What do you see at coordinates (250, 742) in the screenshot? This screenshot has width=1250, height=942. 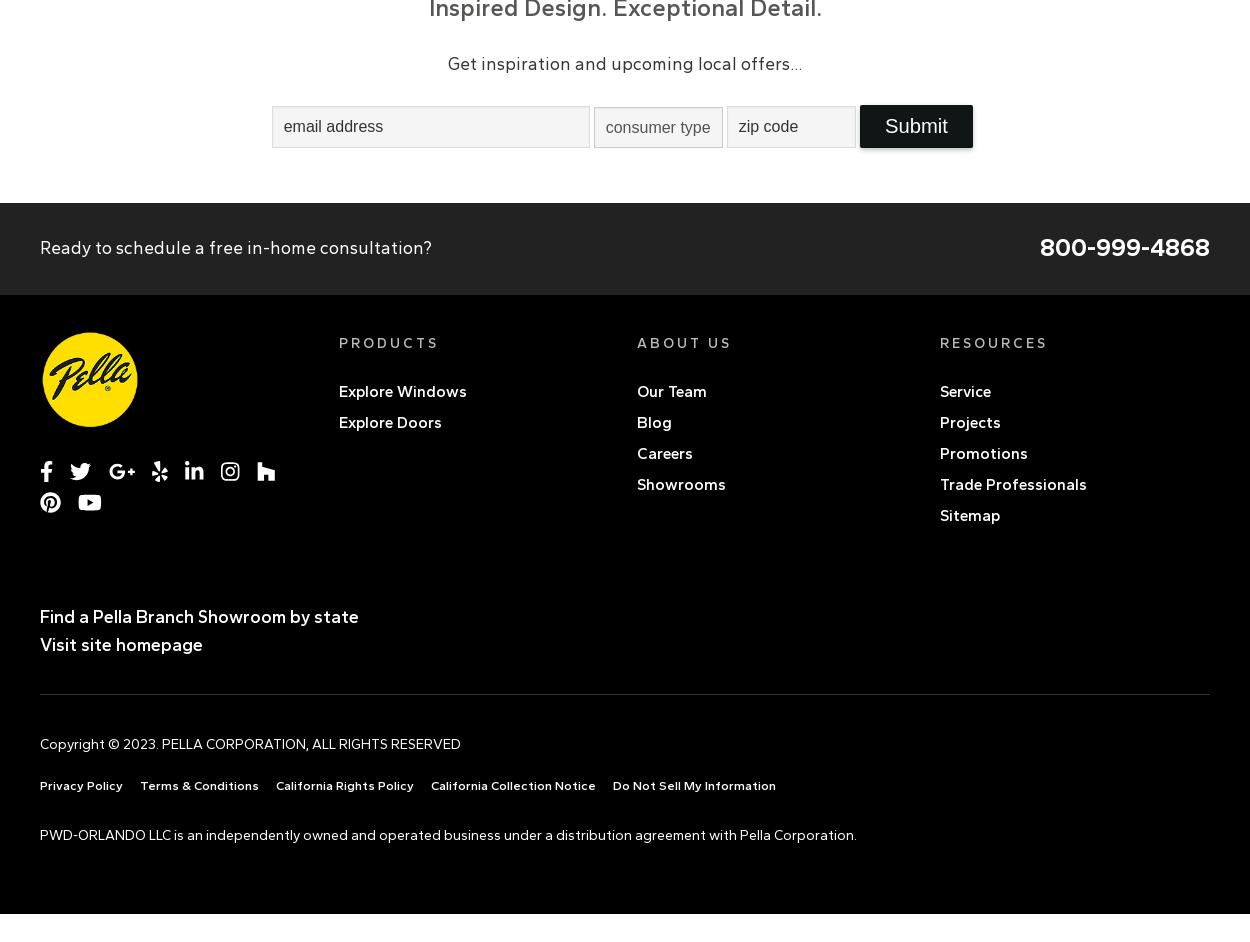 I see `'Copyright © 2023. PELLA CORPORATION, ALL RIGHTS RESERVED'` at bounding box center [250, 742].